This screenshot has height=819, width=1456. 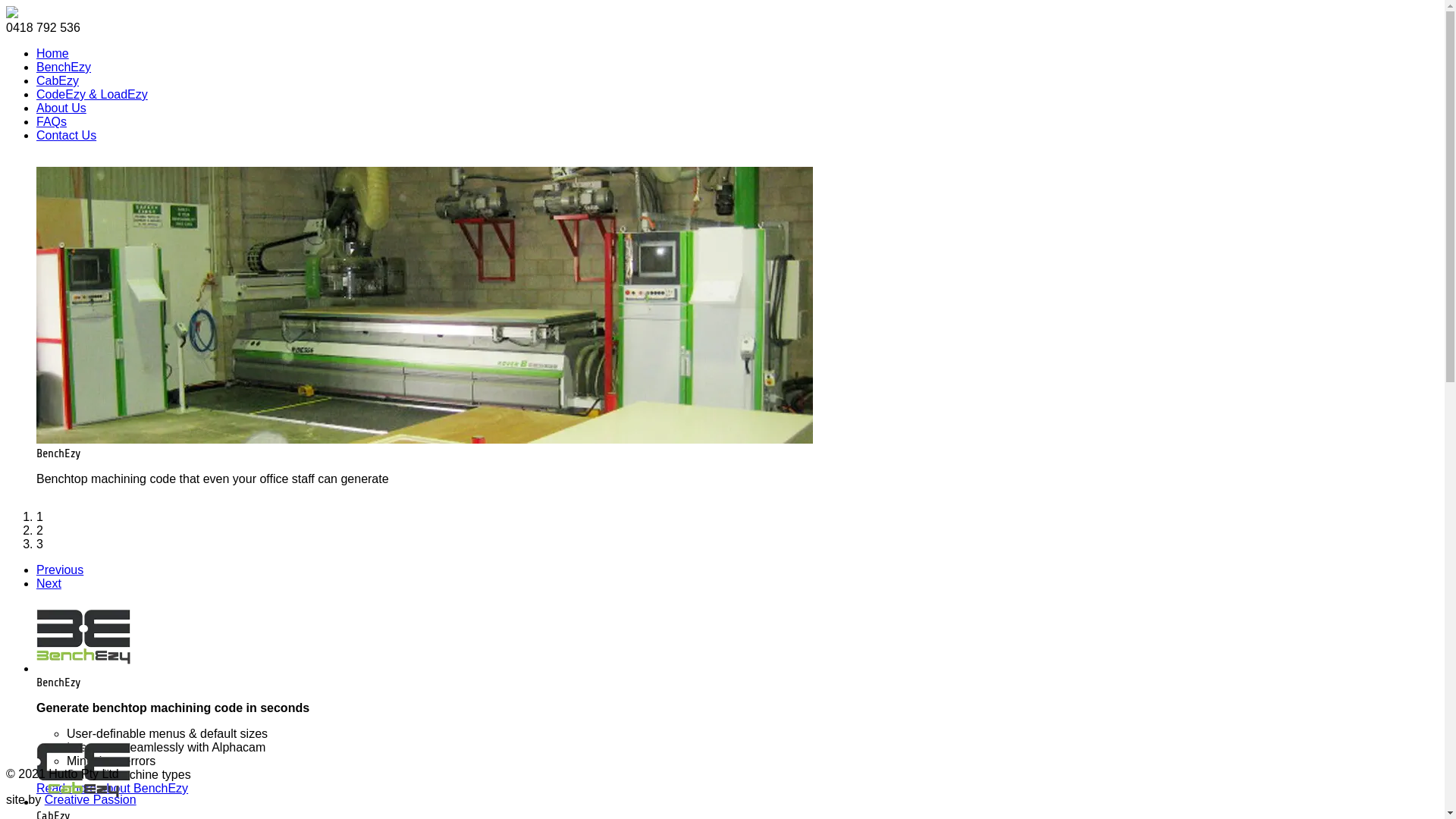 I want to click on '3', so click(x=39, y=543).